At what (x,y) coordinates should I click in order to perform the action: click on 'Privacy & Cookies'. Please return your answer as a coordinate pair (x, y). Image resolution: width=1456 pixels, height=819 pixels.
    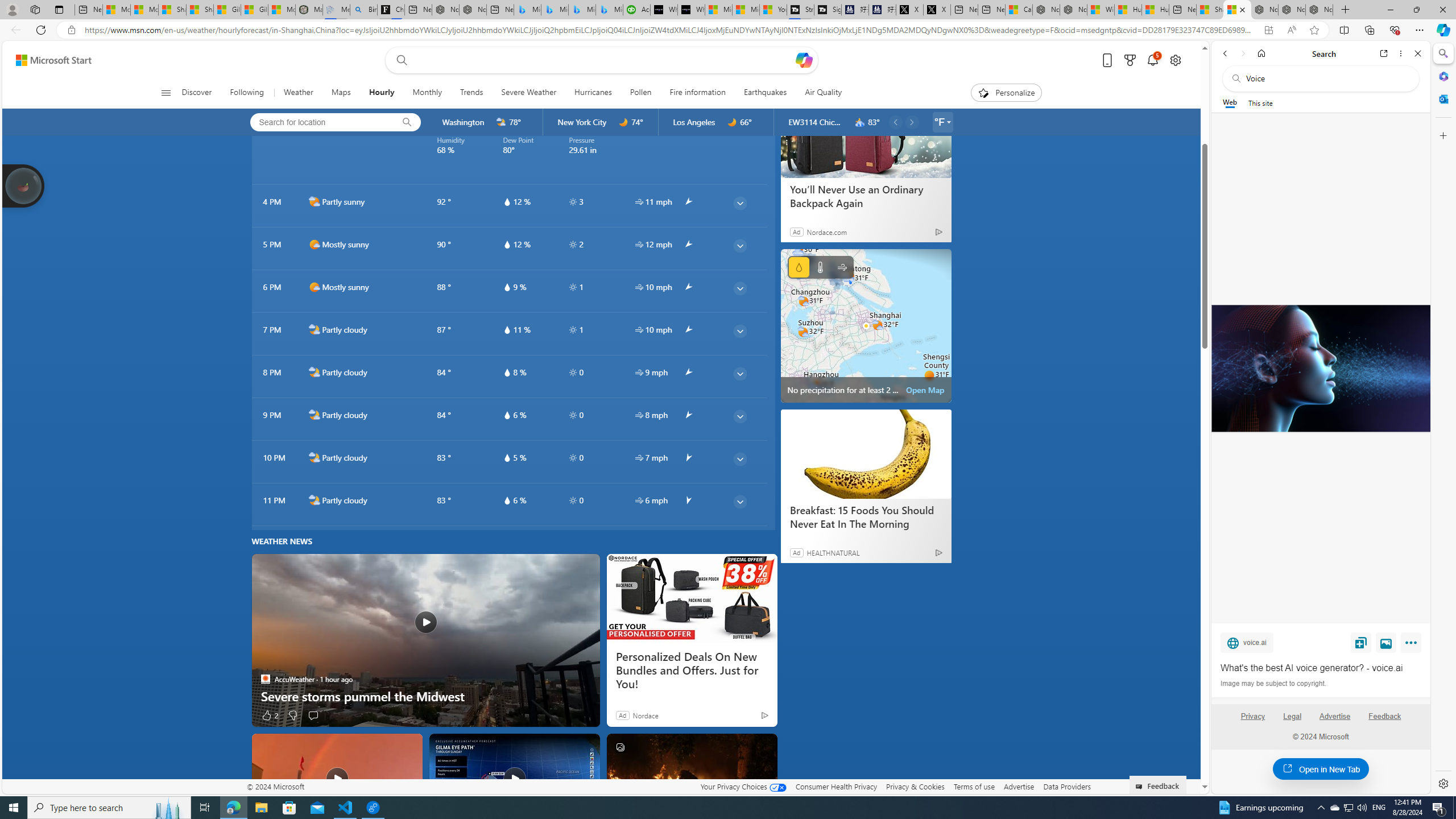
    Looking at the image, I should click on (916, 786).